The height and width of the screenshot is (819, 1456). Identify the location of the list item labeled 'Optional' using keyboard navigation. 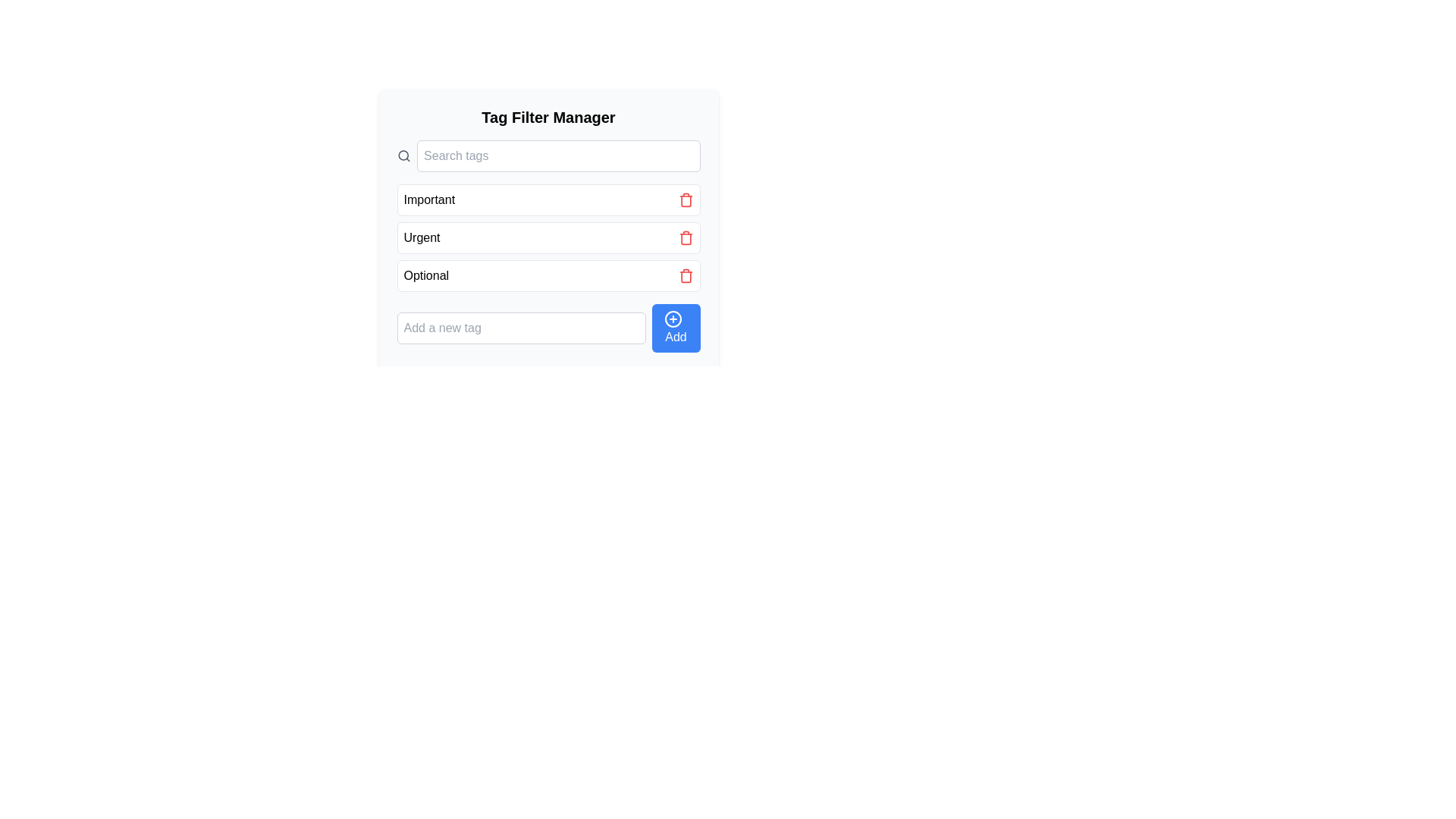
(548, 275).